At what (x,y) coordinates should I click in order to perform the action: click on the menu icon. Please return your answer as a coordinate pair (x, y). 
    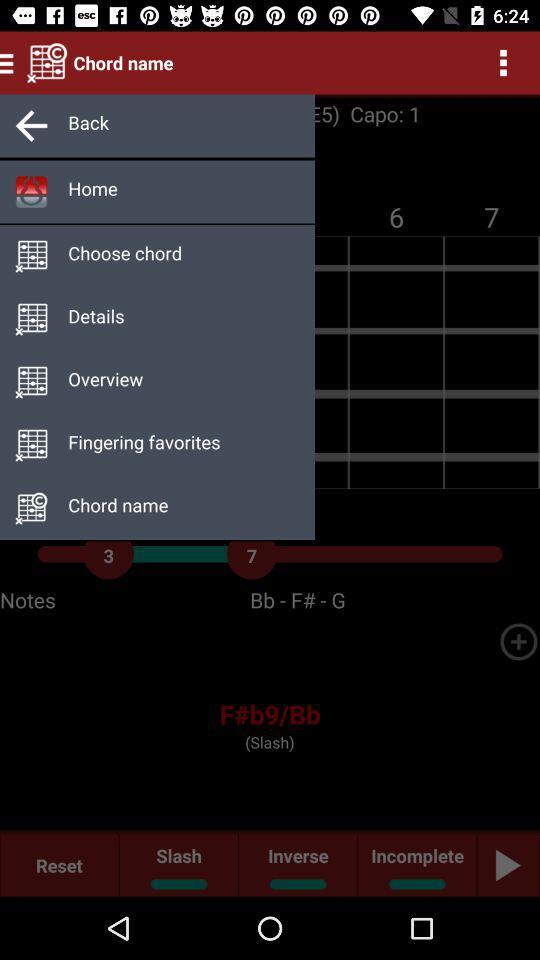
    Looking at the image, I should click on (9, 62).